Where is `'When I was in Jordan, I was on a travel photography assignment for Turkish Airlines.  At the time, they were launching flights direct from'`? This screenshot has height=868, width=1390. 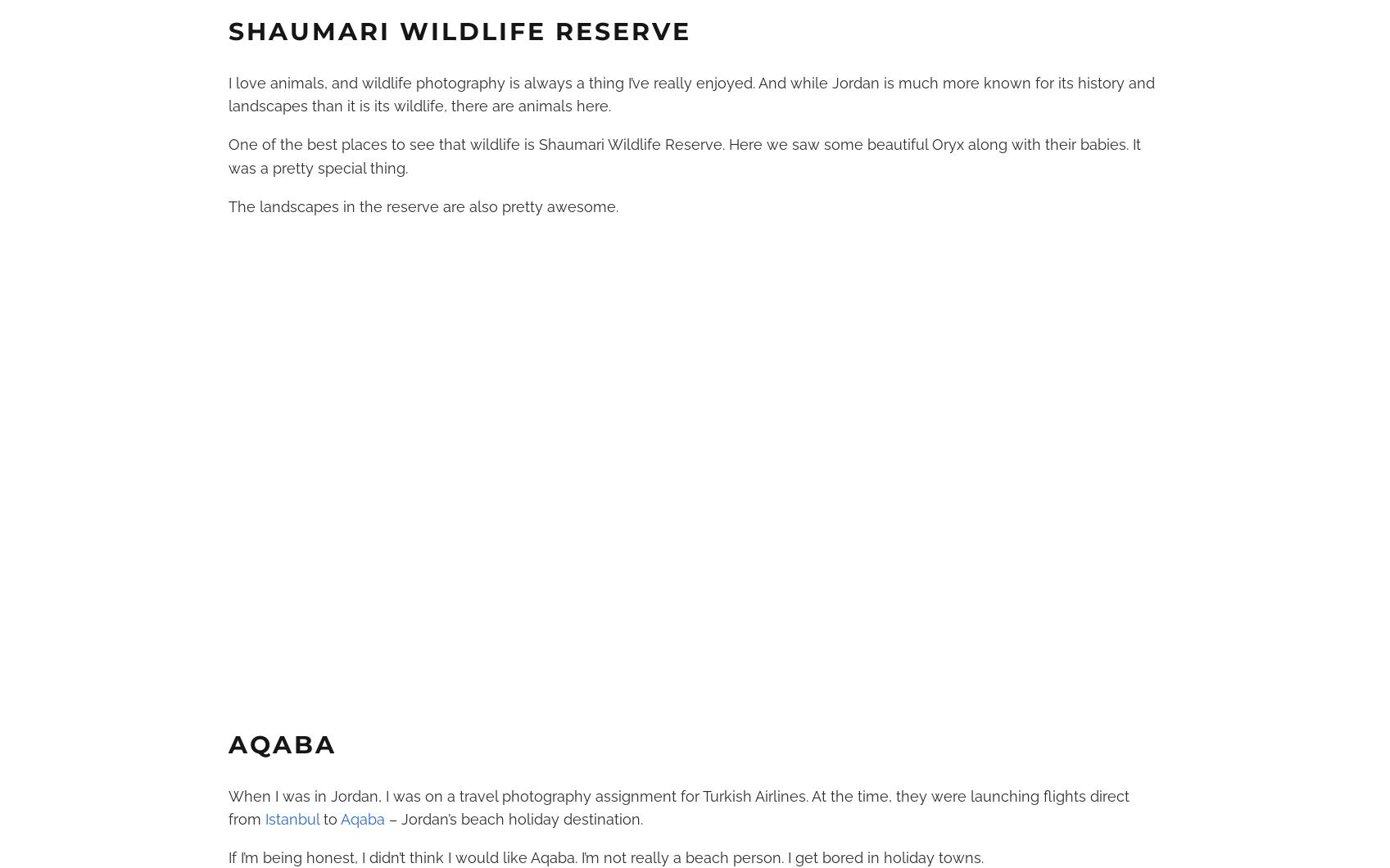
'When I was in Jordan, I was on a travel photography assignment for Turkish Airlines.  At the time, they were launching flights direct from' is located at coordinates (677, 807).